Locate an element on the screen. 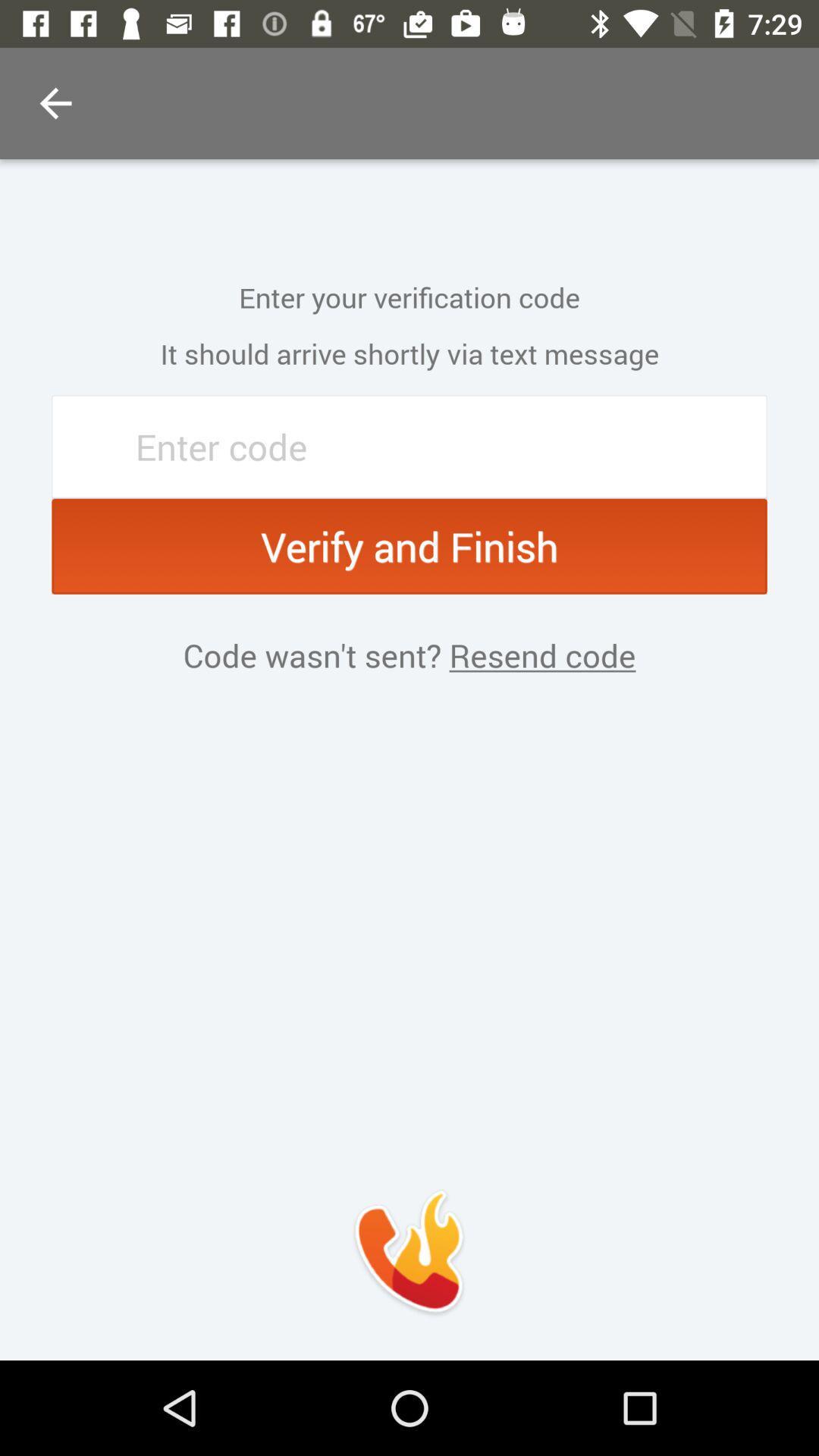  the verify and finish icon is located at coordinates (409, 546).